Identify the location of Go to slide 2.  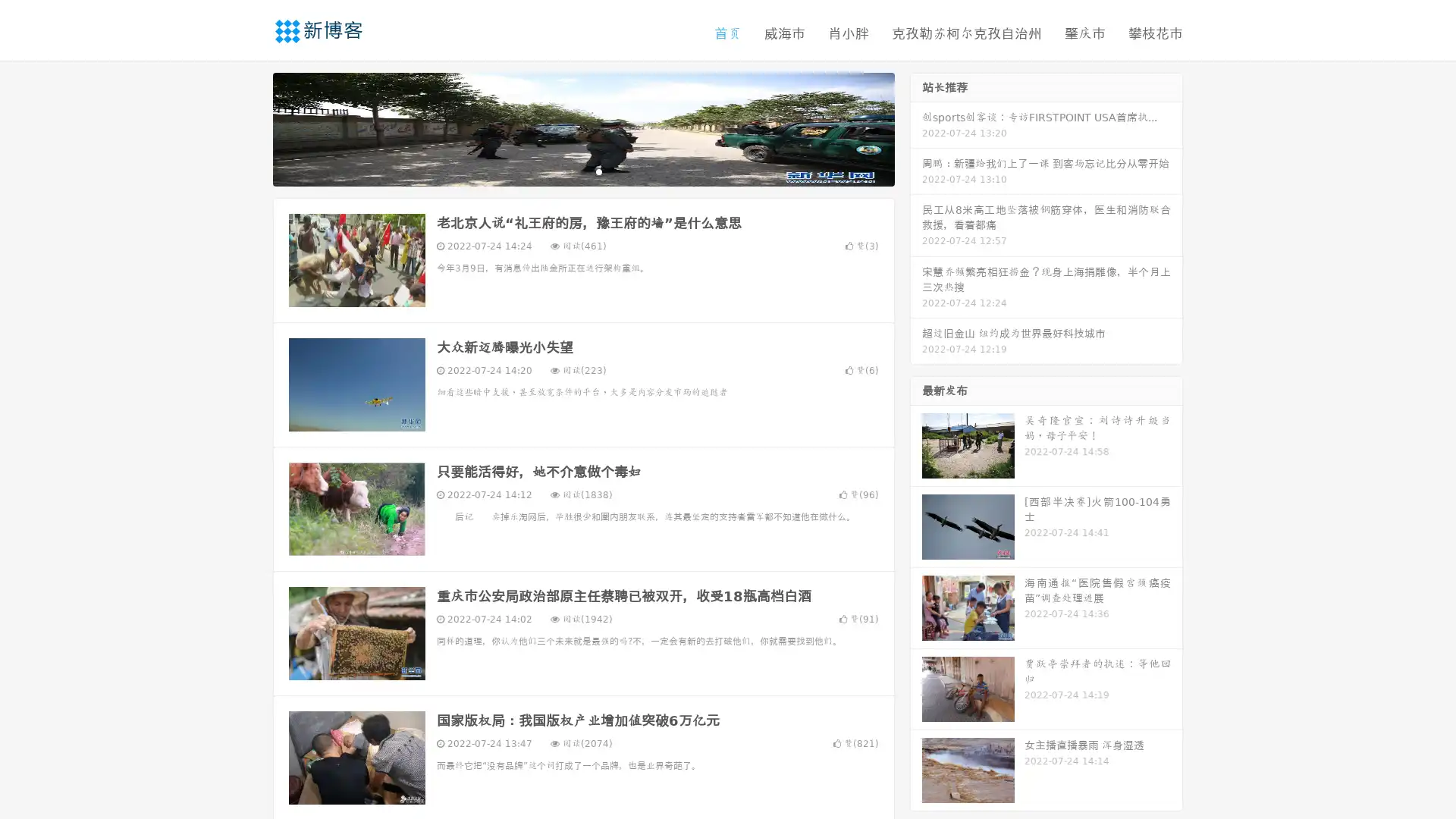
(582, 171).